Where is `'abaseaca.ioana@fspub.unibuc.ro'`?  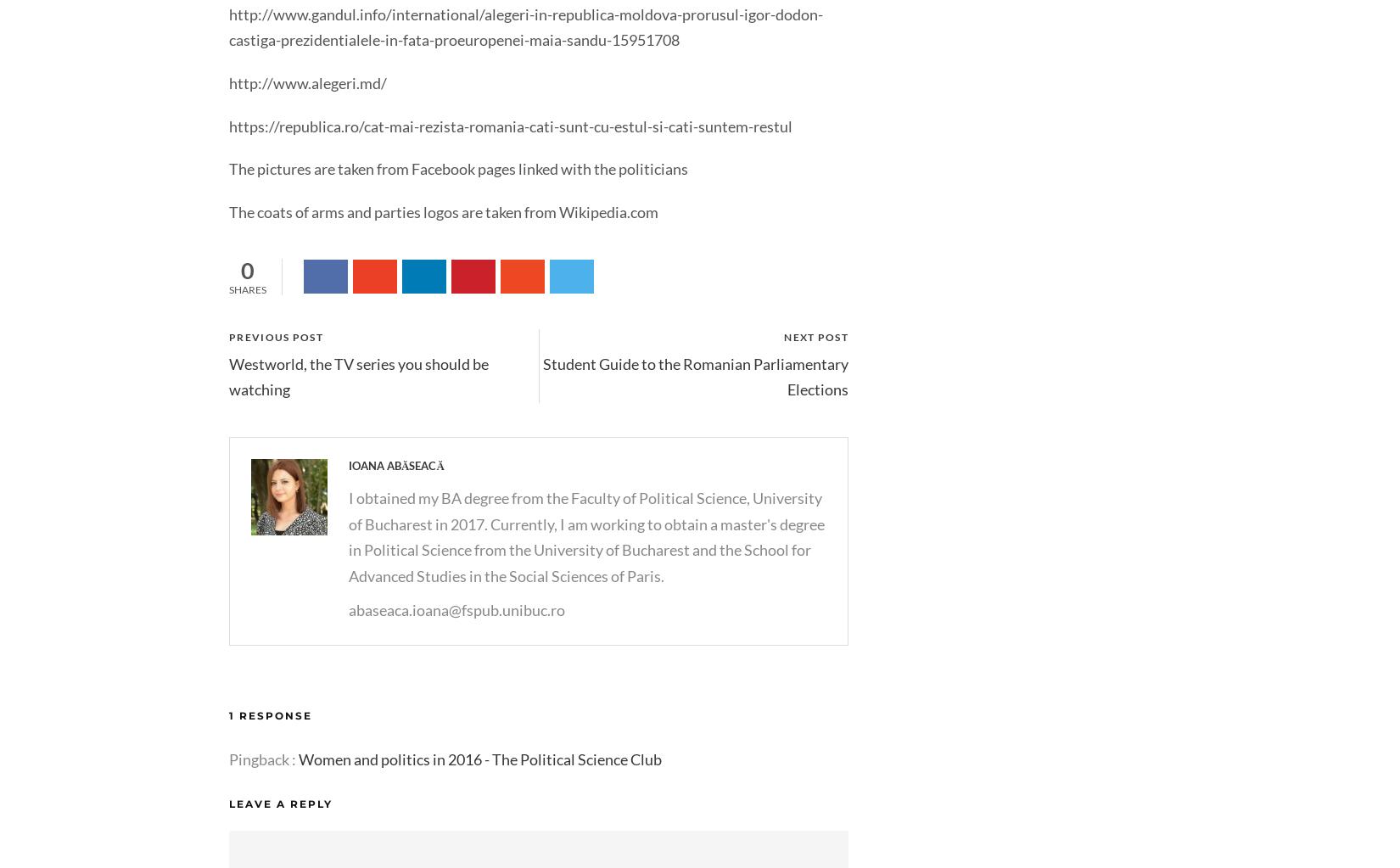 'abaseaca.ioana@fspub.unibuc.ro' is located at coordinates (456, 609).